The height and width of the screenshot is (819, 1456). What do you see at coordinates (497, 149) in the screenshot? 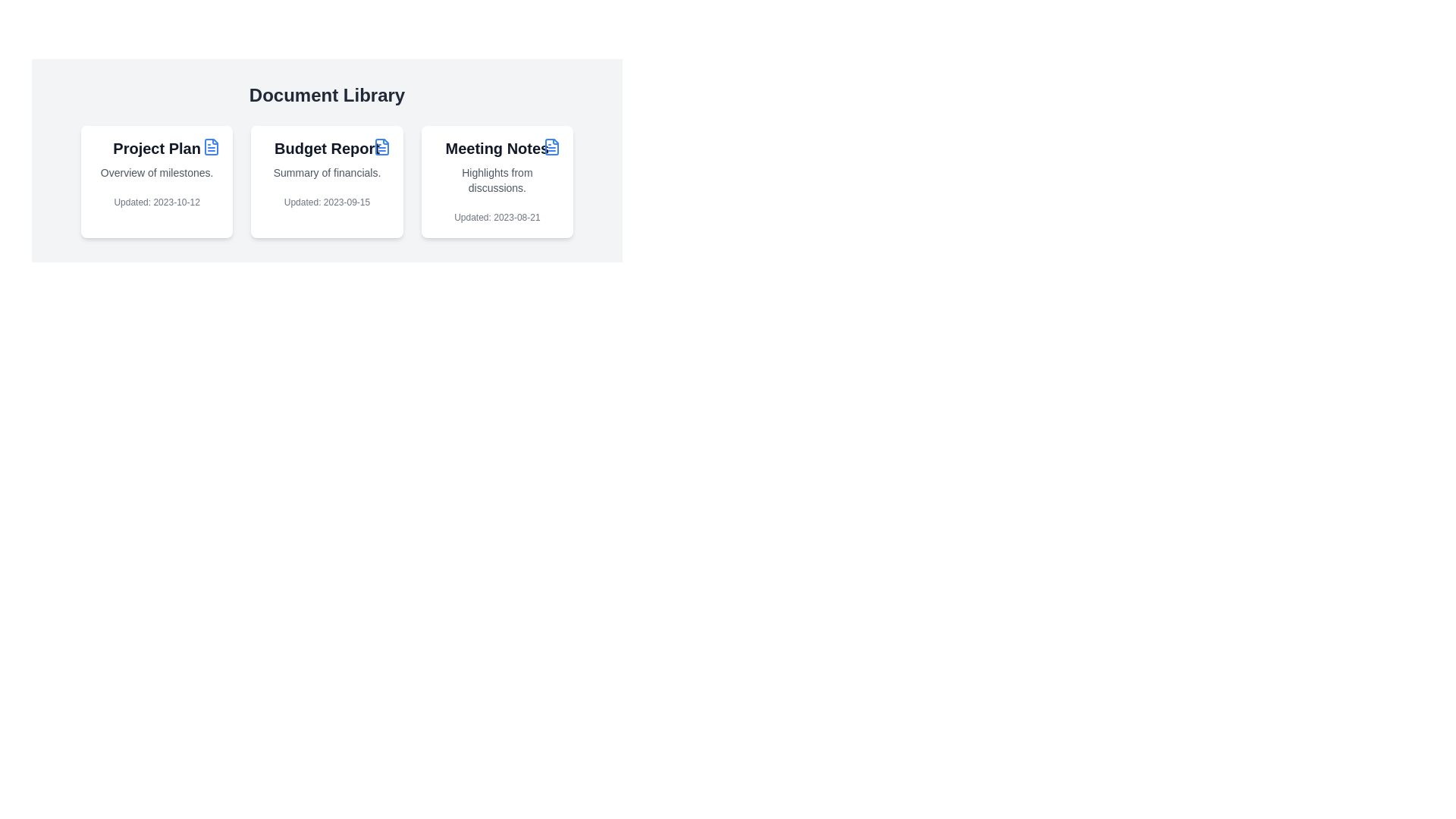
I see `text label that says 'Meeting Notes', which is styled in bold, large sans-serif font and located at the top of the rightmost card under the 'Document Library' heading` at bounding box center [497, 149].